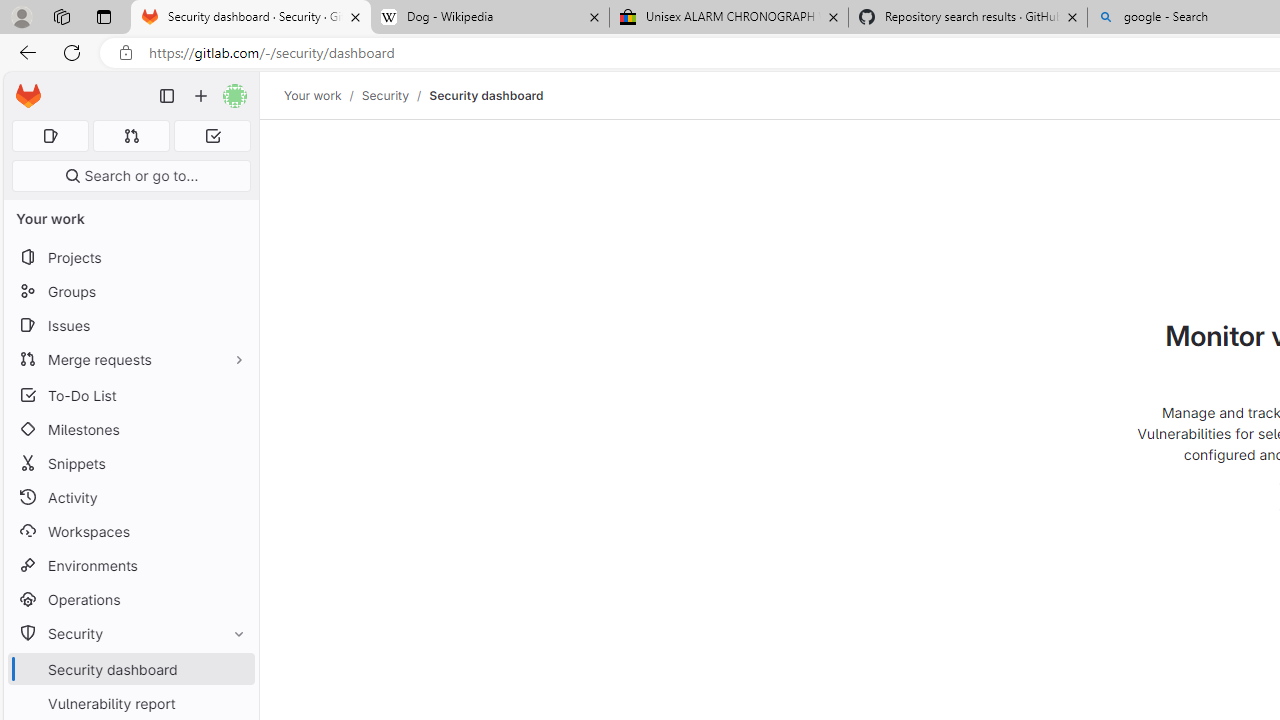 The width and height of the screenshot is (1280, 720). I want to click on 'Assigned issues 0', so click(50, 135).